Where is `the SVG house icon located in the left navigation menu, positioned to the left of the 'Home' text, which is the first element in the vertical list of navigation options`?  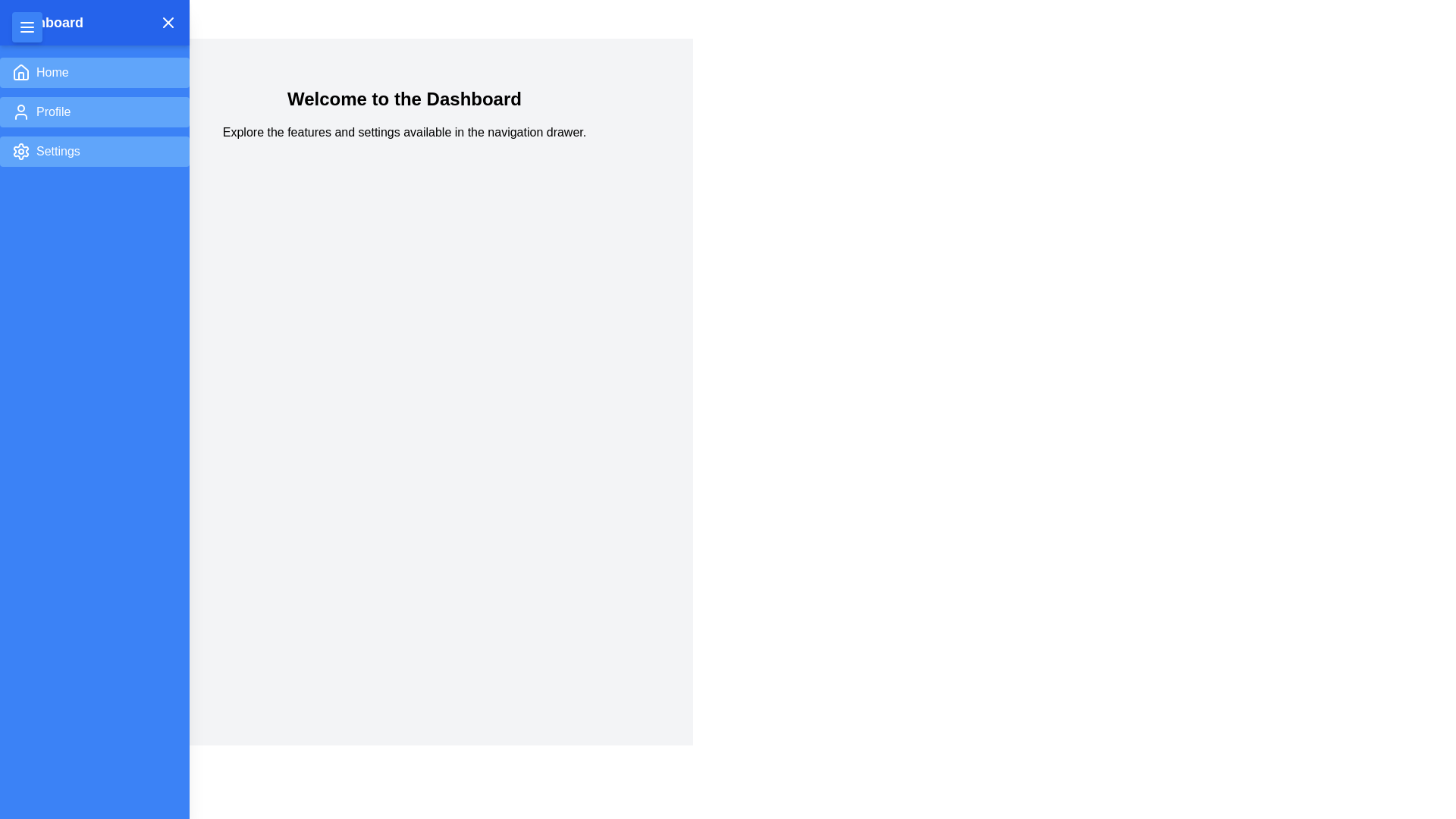 the SVG house icon located in the left navigation menu, positioned to the left of the 'Home' text, which is the first element in the vertical list of navigation options is located at coordinates (21, 73).